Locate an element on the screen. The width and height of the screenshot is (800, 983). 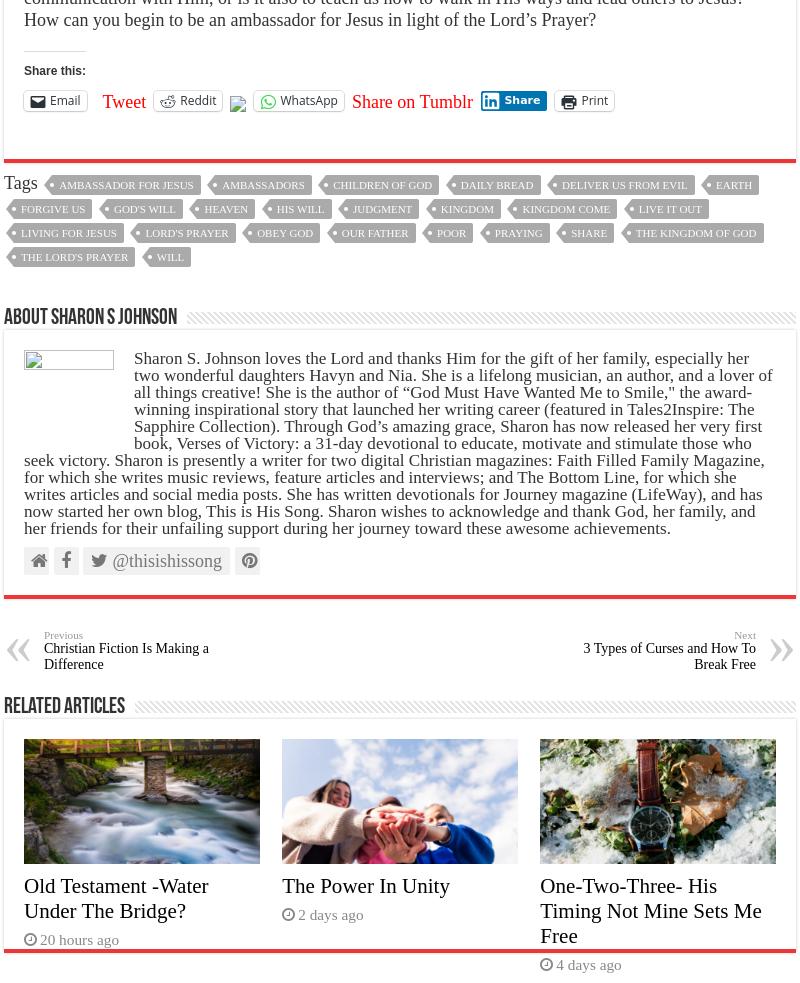
'forgive us' is located at coordinates (52, 208).